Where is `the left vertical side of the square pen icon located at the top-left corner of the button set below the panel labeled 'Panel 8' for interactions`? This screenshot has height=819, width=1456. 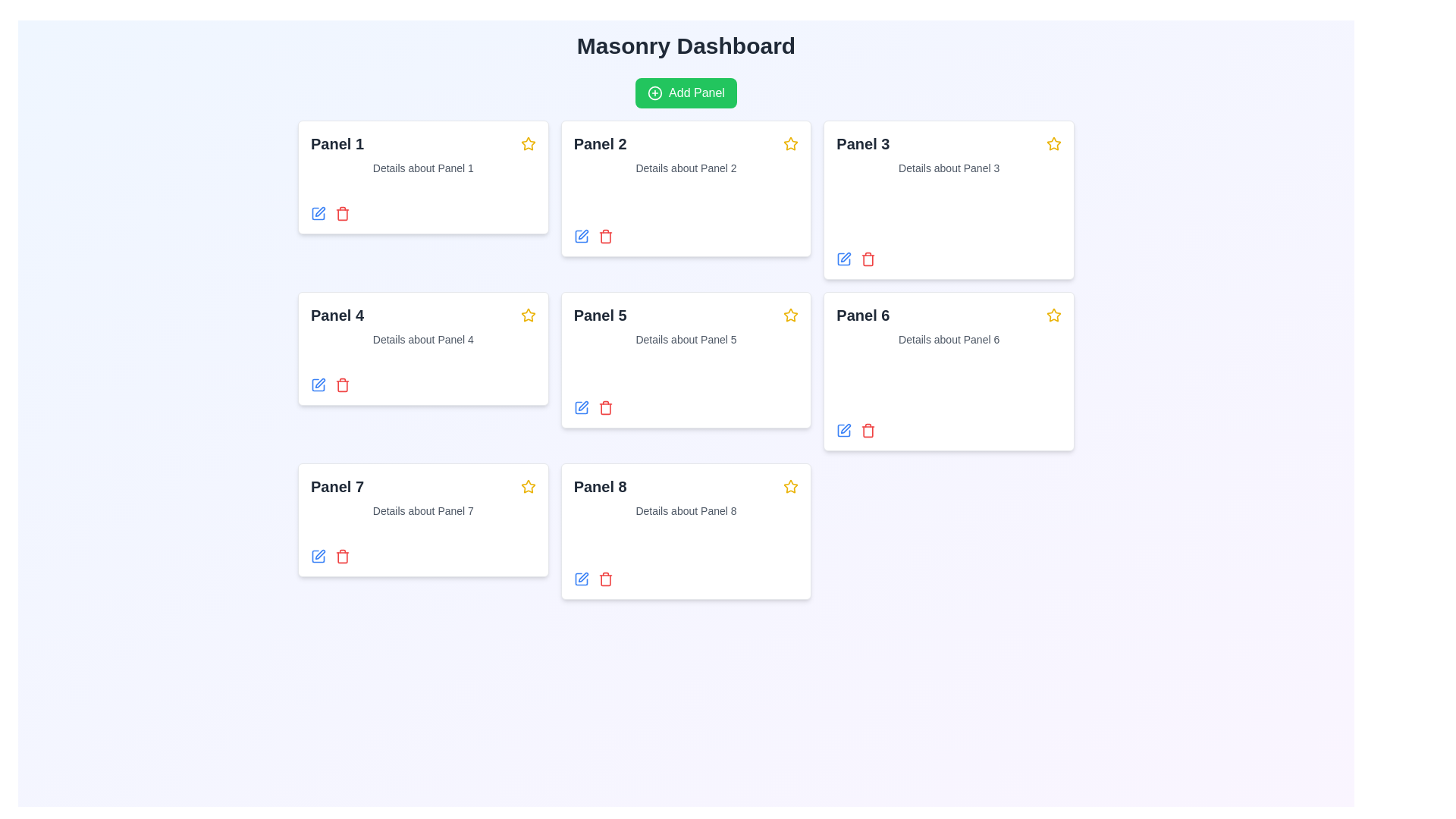
the left vertical side of the square pen icon located at the top-left corner of the button set below the panel labeled 'Panel 8' for interactions is located at coordinates (580, 237).